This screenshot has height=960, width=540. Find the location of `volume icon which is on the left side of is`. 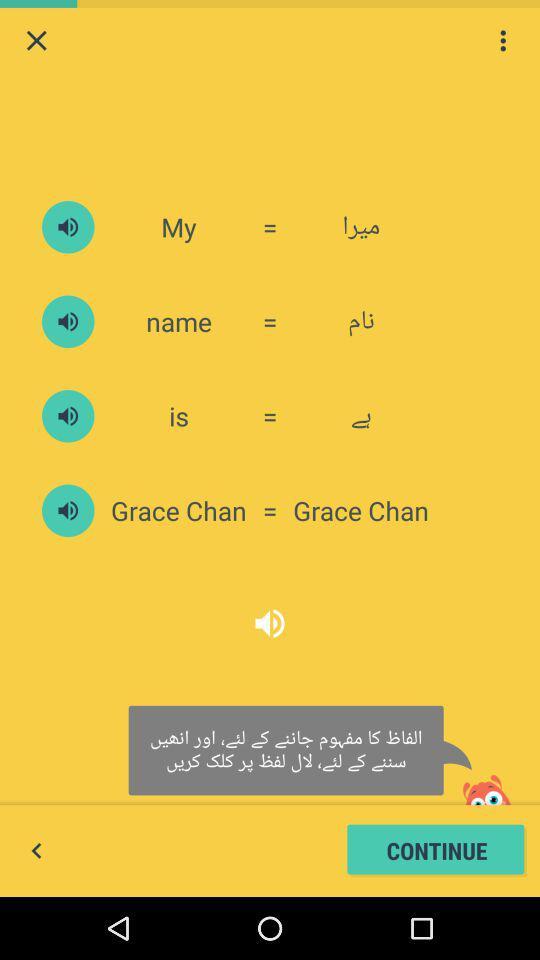

volume icon which is on the left side of is is located at coordinates (67, 415).